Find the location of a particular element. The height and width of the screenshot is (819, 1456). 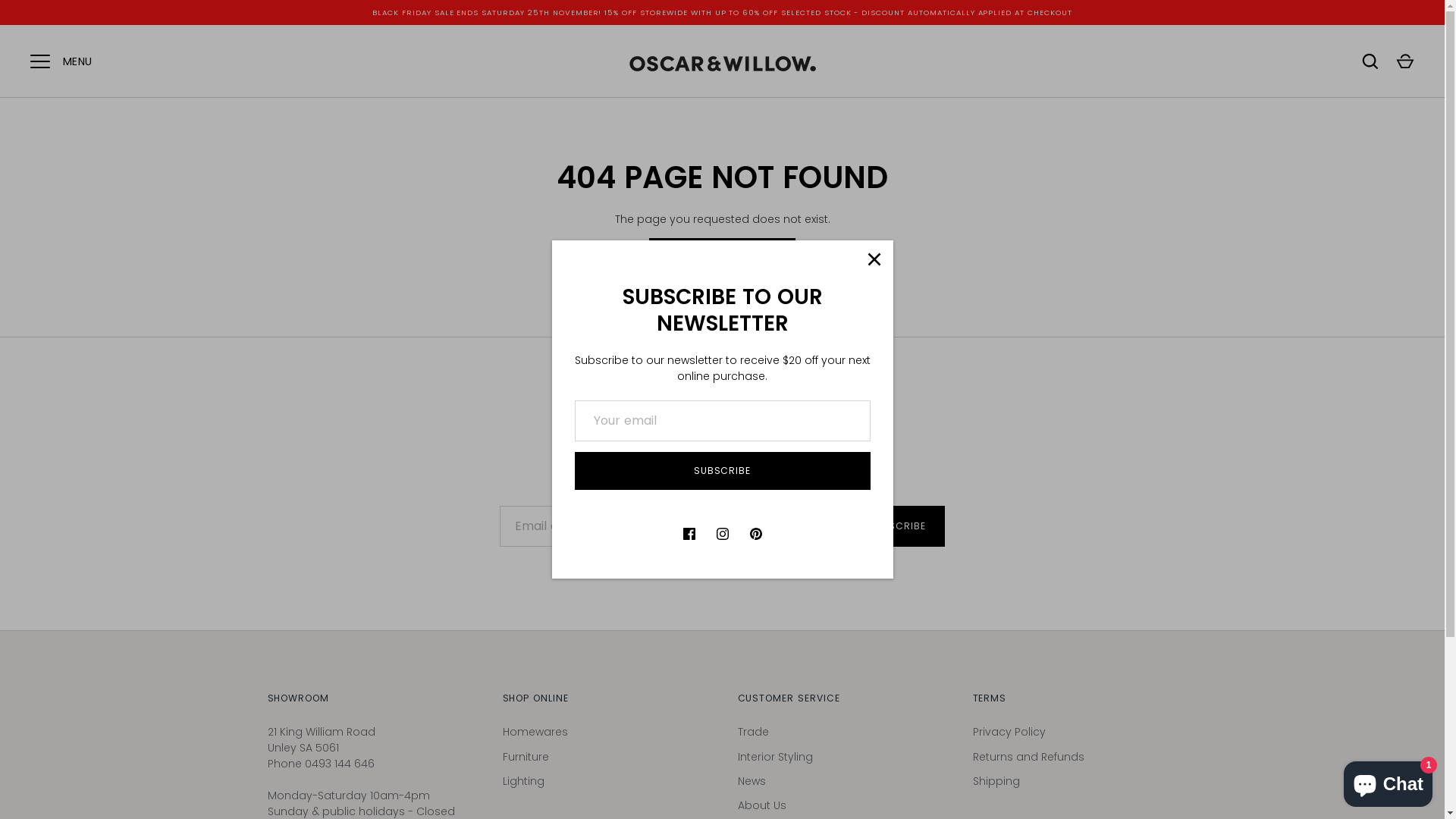

'CONTINUE SHOPPING' is located at coordinates (721, 256).